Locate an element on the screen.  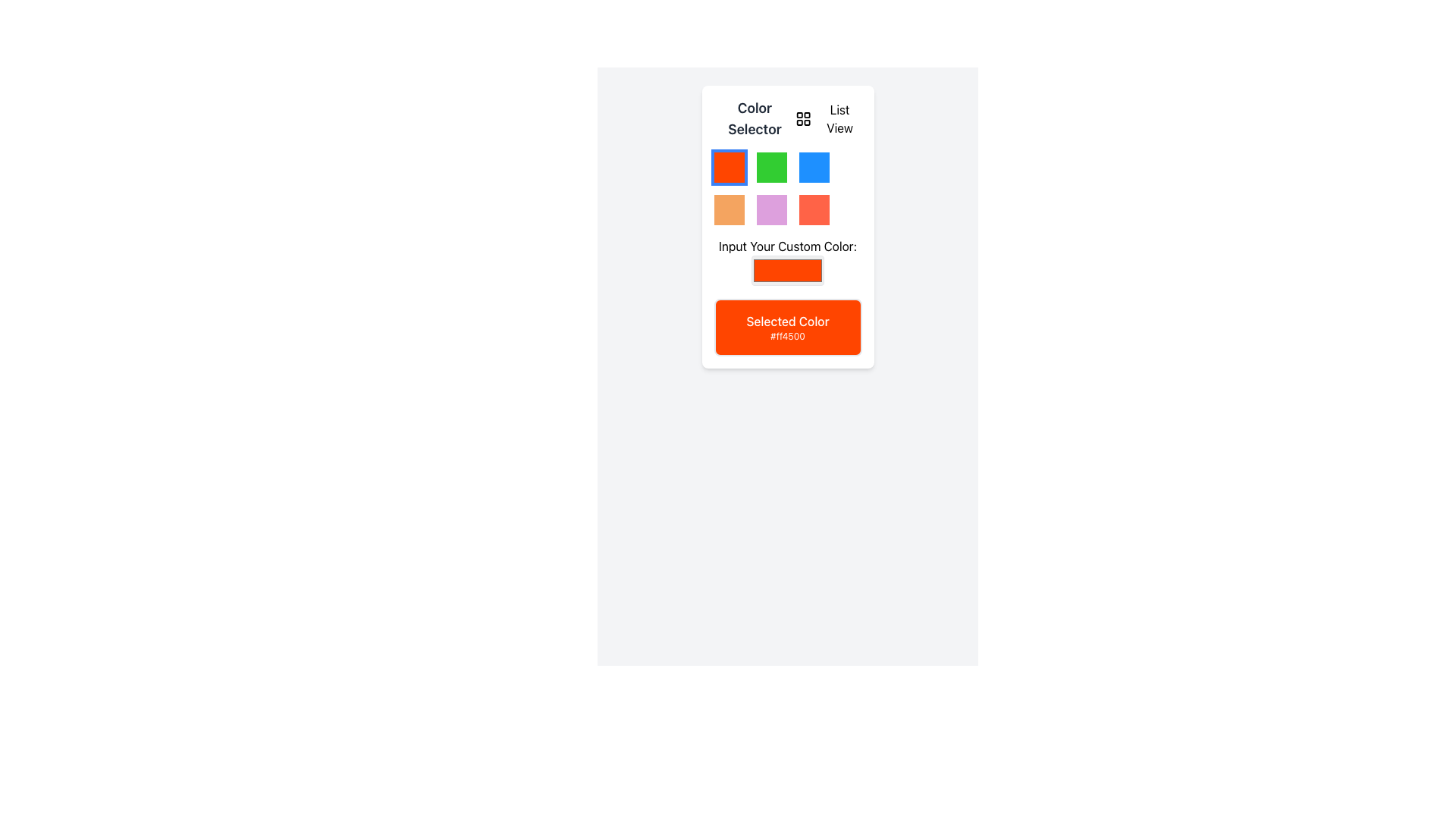
the Static Text displaying the hexadecimal color code, which is located beneath the 'Selected Color' label and centered within the section is located at coordinates (787, 335).